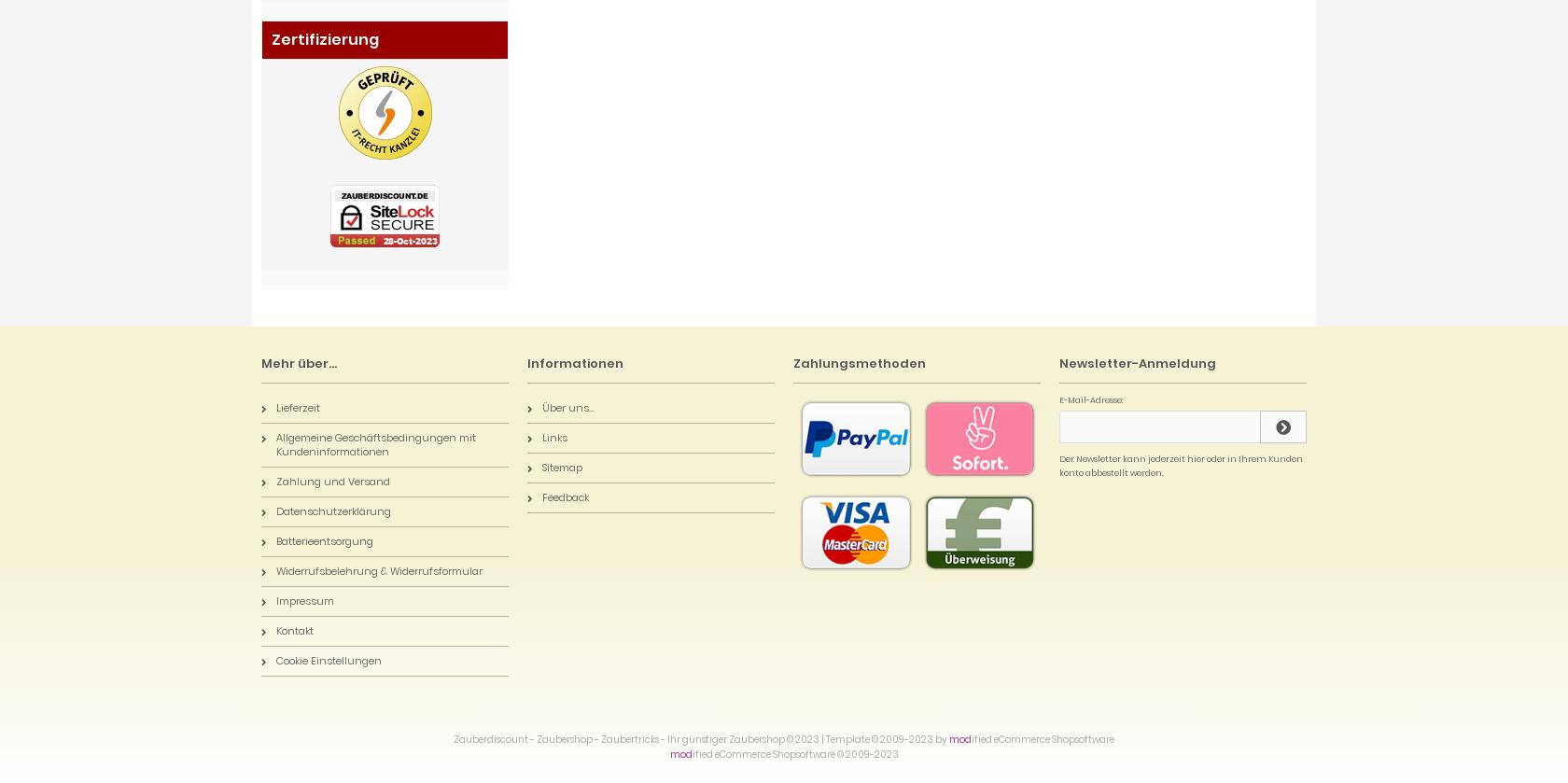 This screenshot has width=1568, height=783. What do you see at coordinates (298, 407) in the screenshot?
I see `'Lieferzeit'` at bounding box center [298, 407].